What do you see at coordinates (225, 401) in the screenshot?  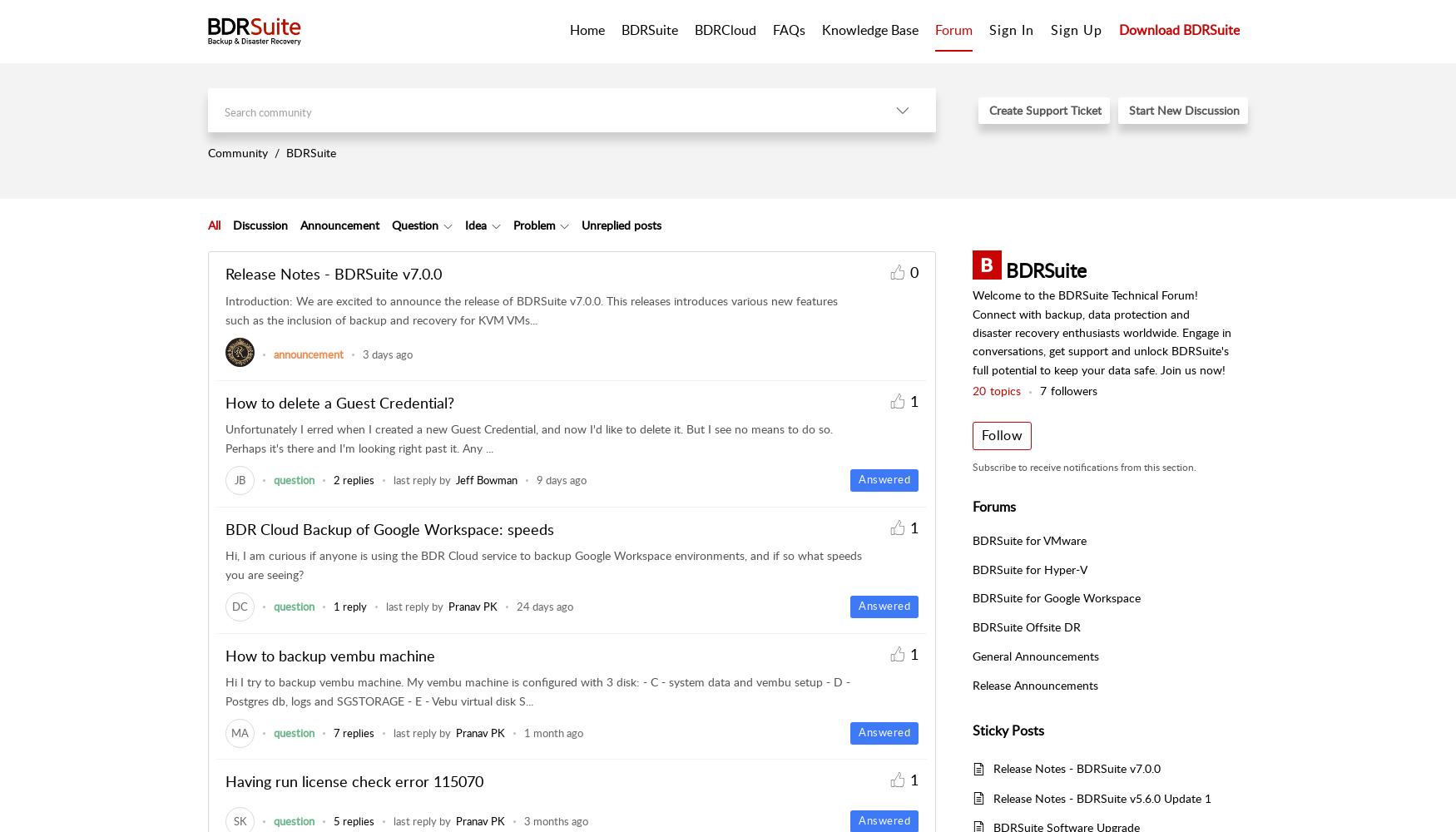 I see `'How to delete a Guest Credential?'` at bounding box center [225, 401].